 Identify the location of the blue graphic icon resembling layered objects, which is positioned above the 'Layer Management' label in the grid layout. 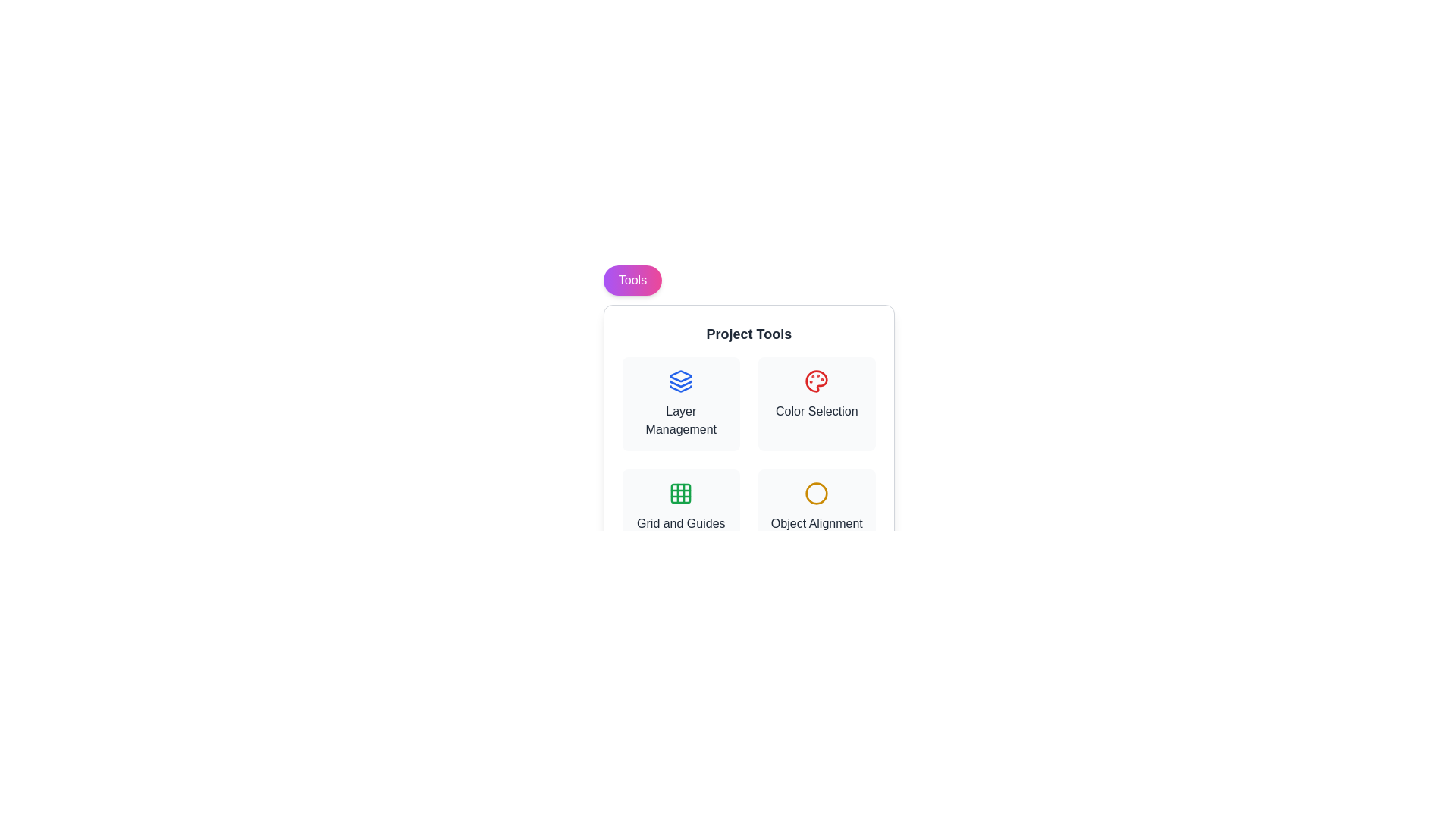
(680, 380).